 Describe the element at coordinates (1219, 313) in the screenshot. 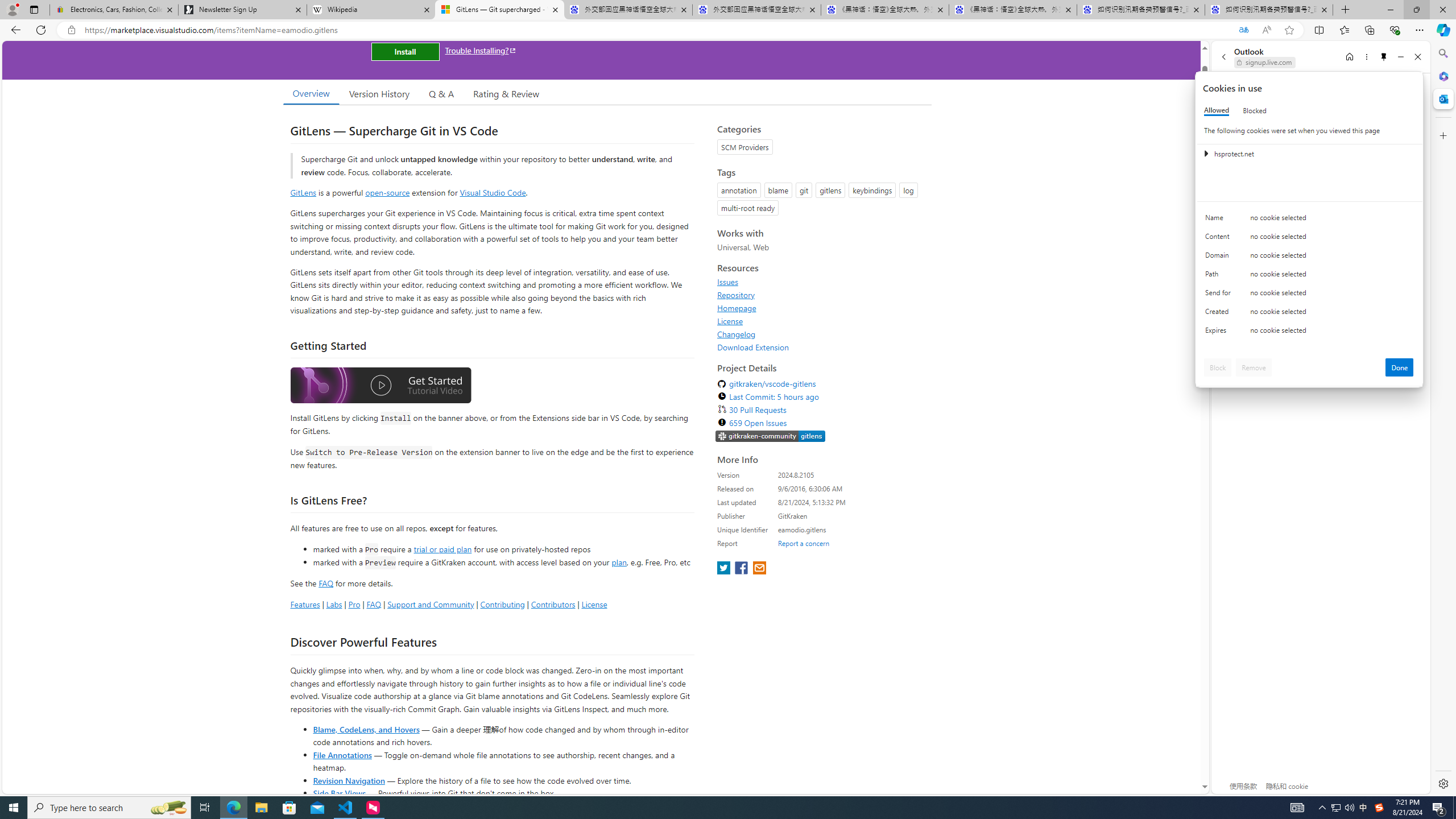

I see `'Created'` at that location.